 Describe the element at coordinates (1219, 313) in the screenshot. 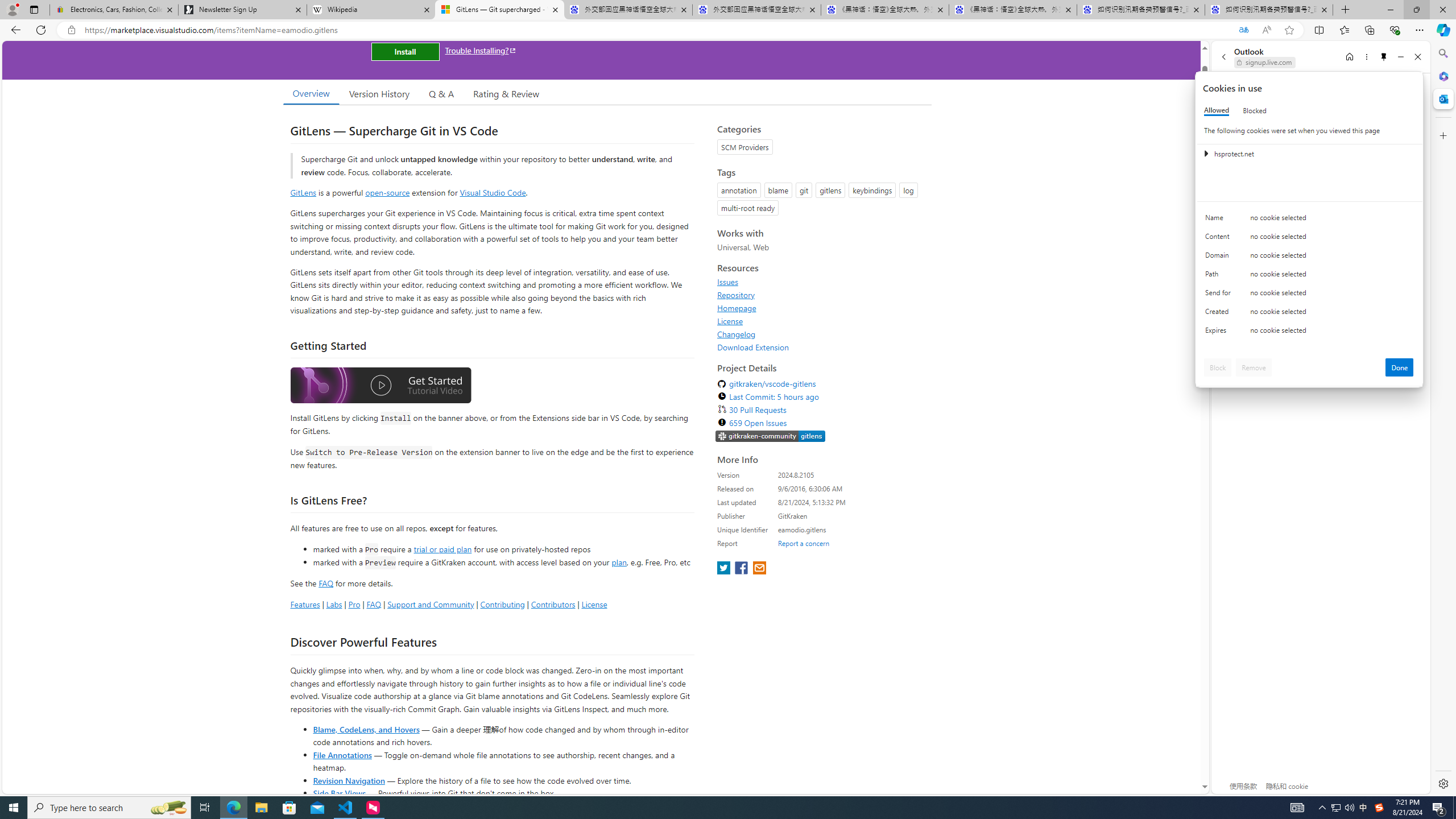

I see `'Created'` at that location.